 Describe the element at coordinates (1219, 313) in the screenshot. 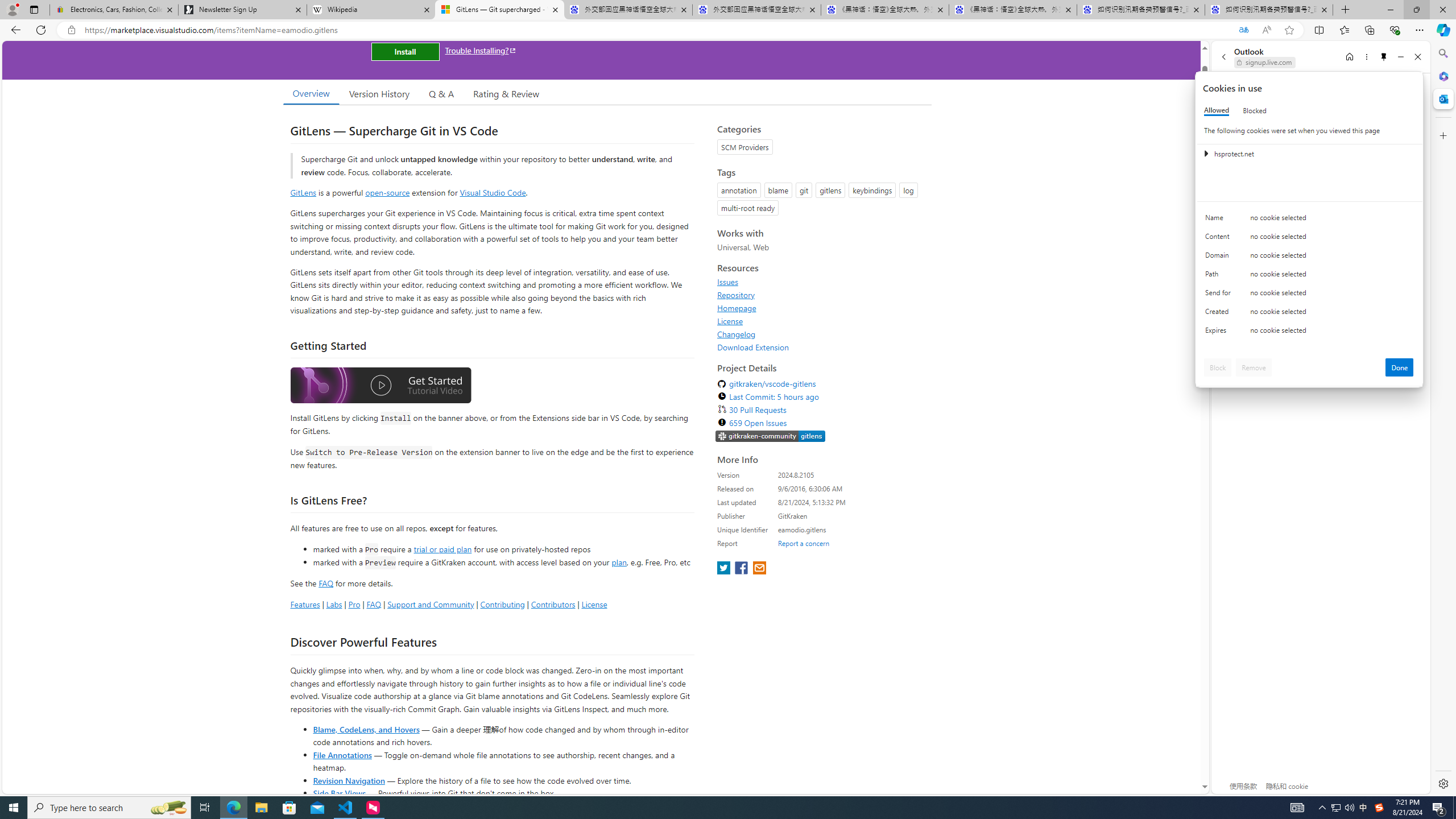

I see `'Created'` at that location.